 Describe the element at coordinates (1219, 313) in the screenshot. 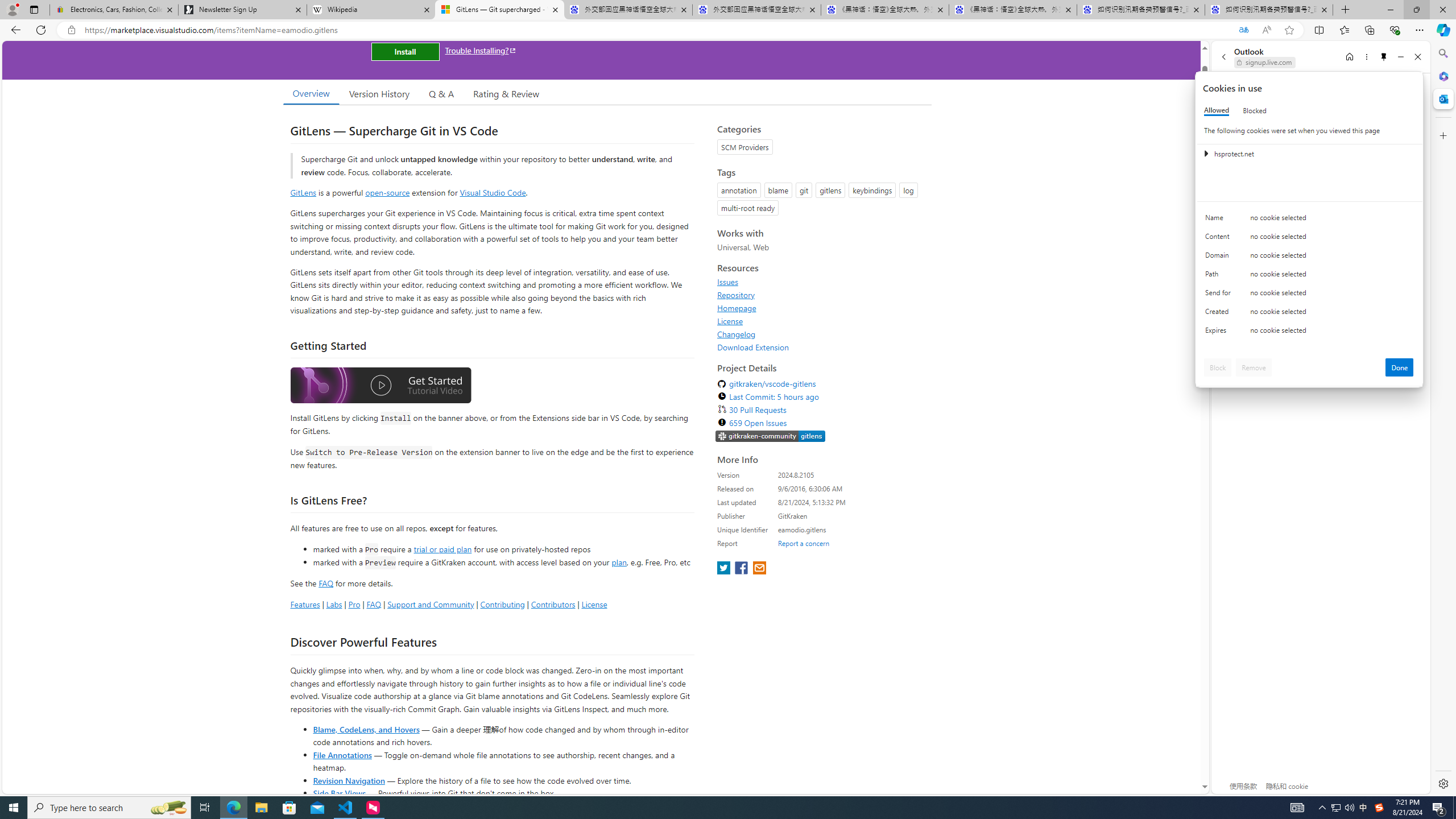

I see `'Created'` at that location.